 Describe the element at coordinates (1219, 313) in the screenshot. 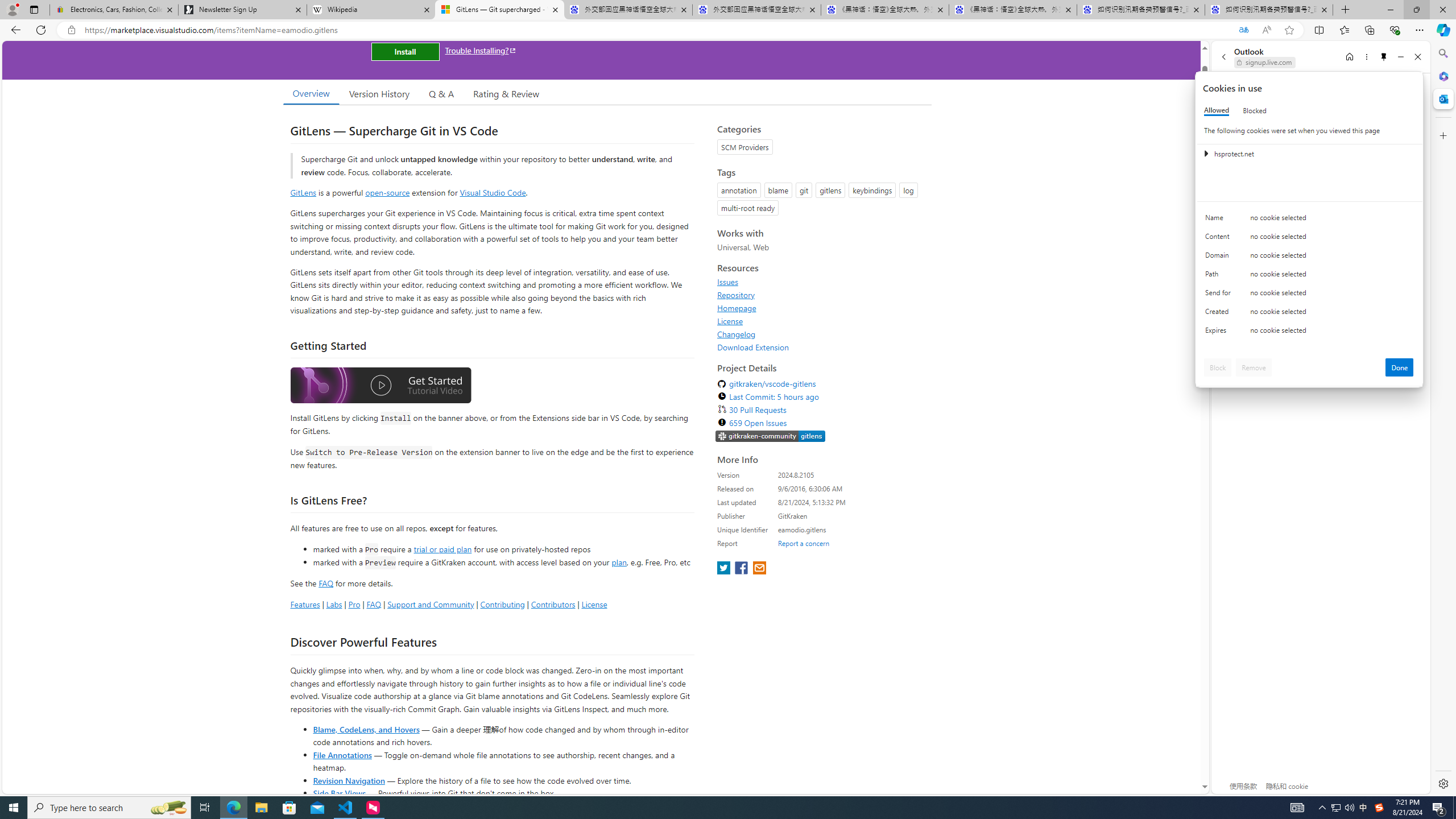

I see `'Created'` at that location.